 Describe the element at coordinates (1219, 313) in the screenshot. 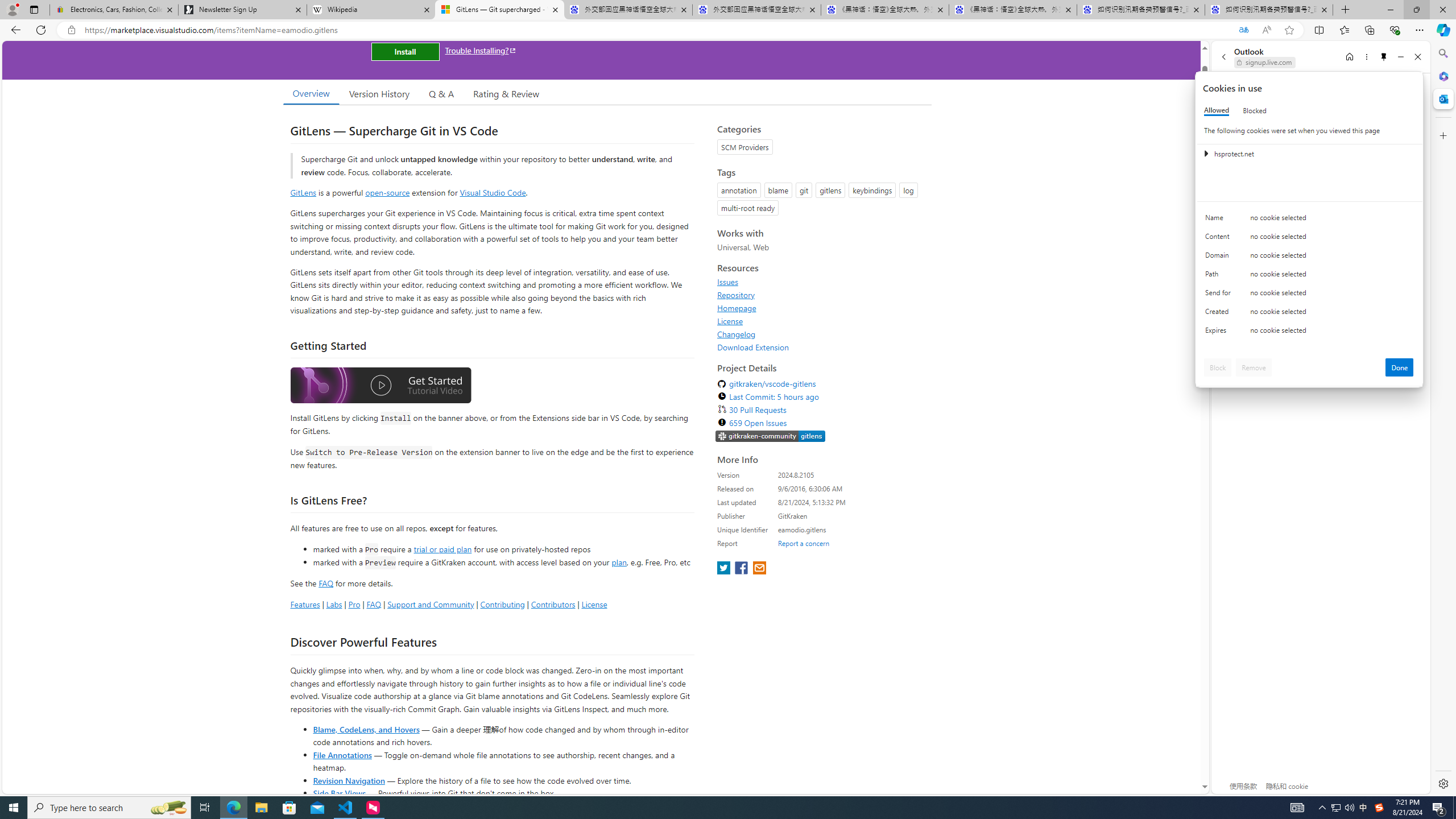

I see `'Created'` at that location.